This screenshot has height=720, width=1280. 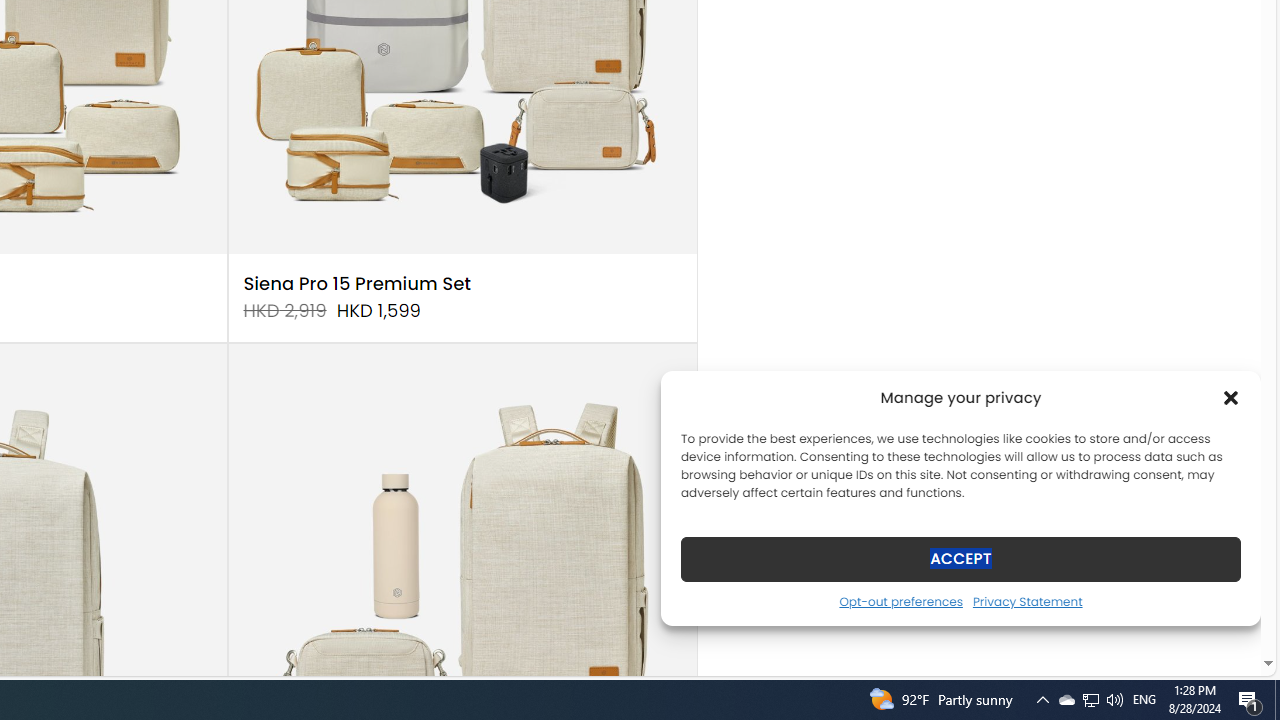 What do you see at coordinates (1230, 397) in the screenshot?
I see `'Class: cmplz-close'` at bounding box center [1230, 397].